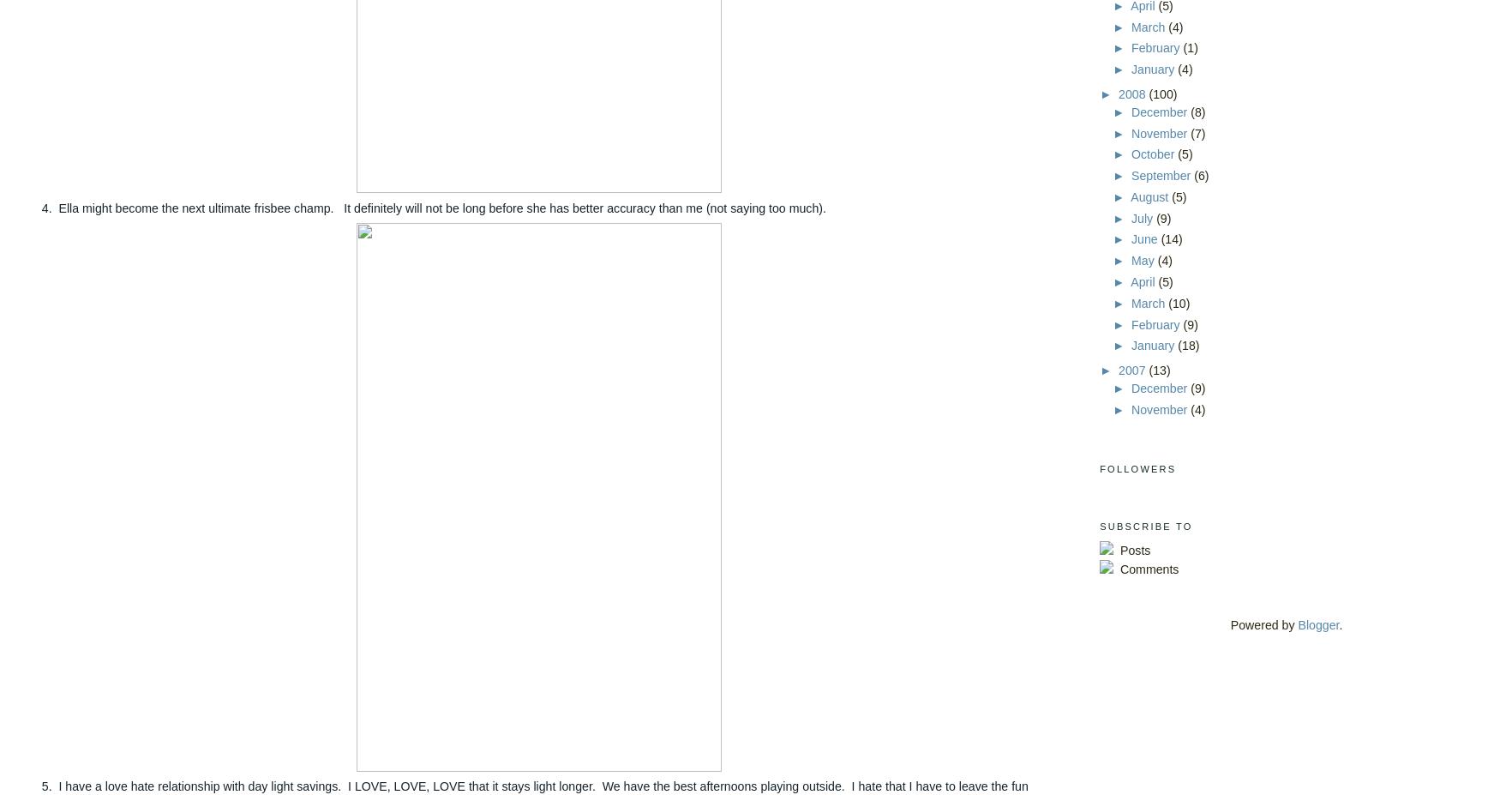  What do you see at coordinates (1154, 154) in the screenshot?
I see `'October'` at bounding box center [1154, 154].